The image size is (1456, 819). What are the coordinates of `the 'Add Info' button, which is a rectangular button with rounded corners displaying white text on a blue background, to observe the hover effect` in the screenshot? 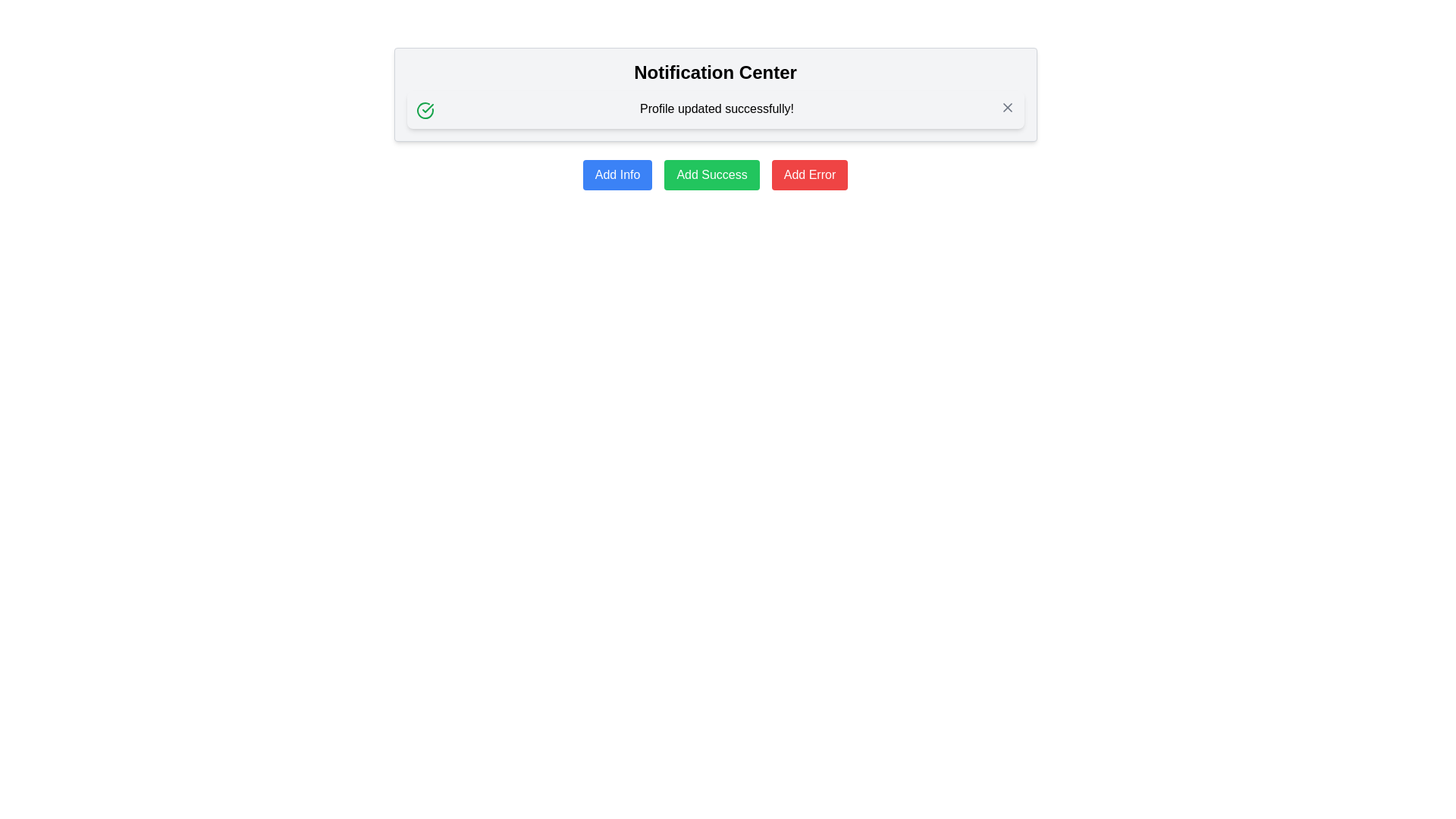 It's located at (617, 174).